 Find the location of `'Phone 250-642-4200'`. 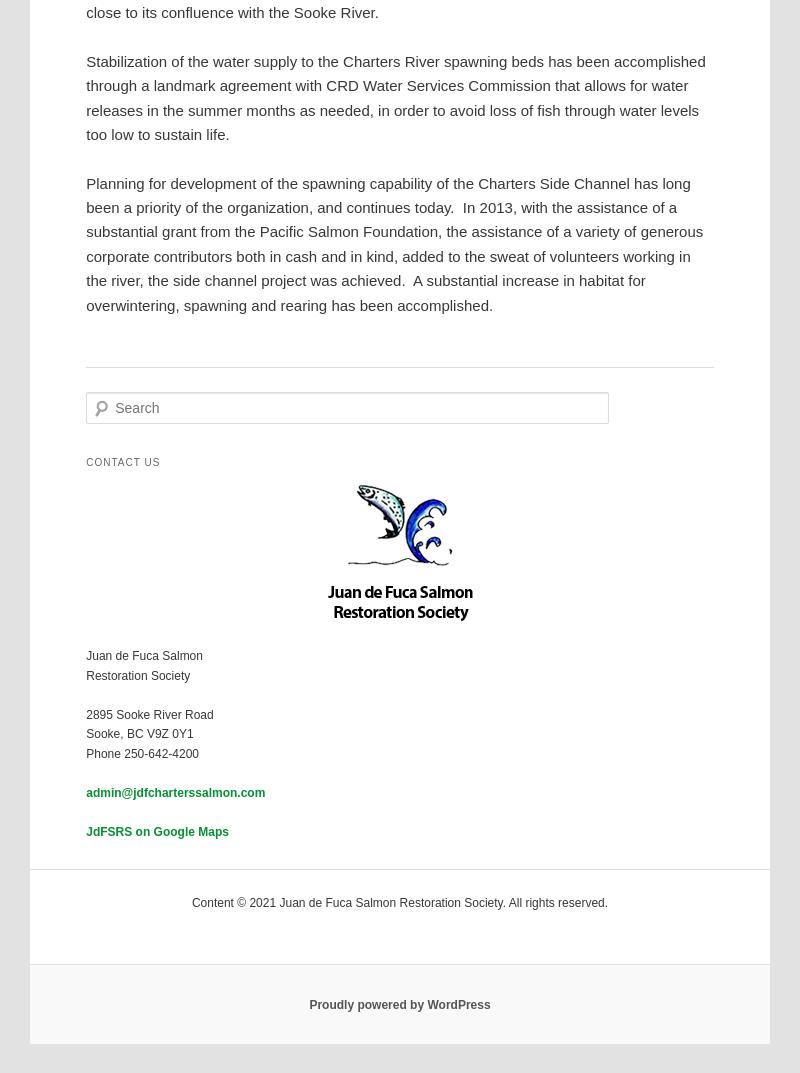

'Phone 250-642-4200' is located at coordinates (142, 752).